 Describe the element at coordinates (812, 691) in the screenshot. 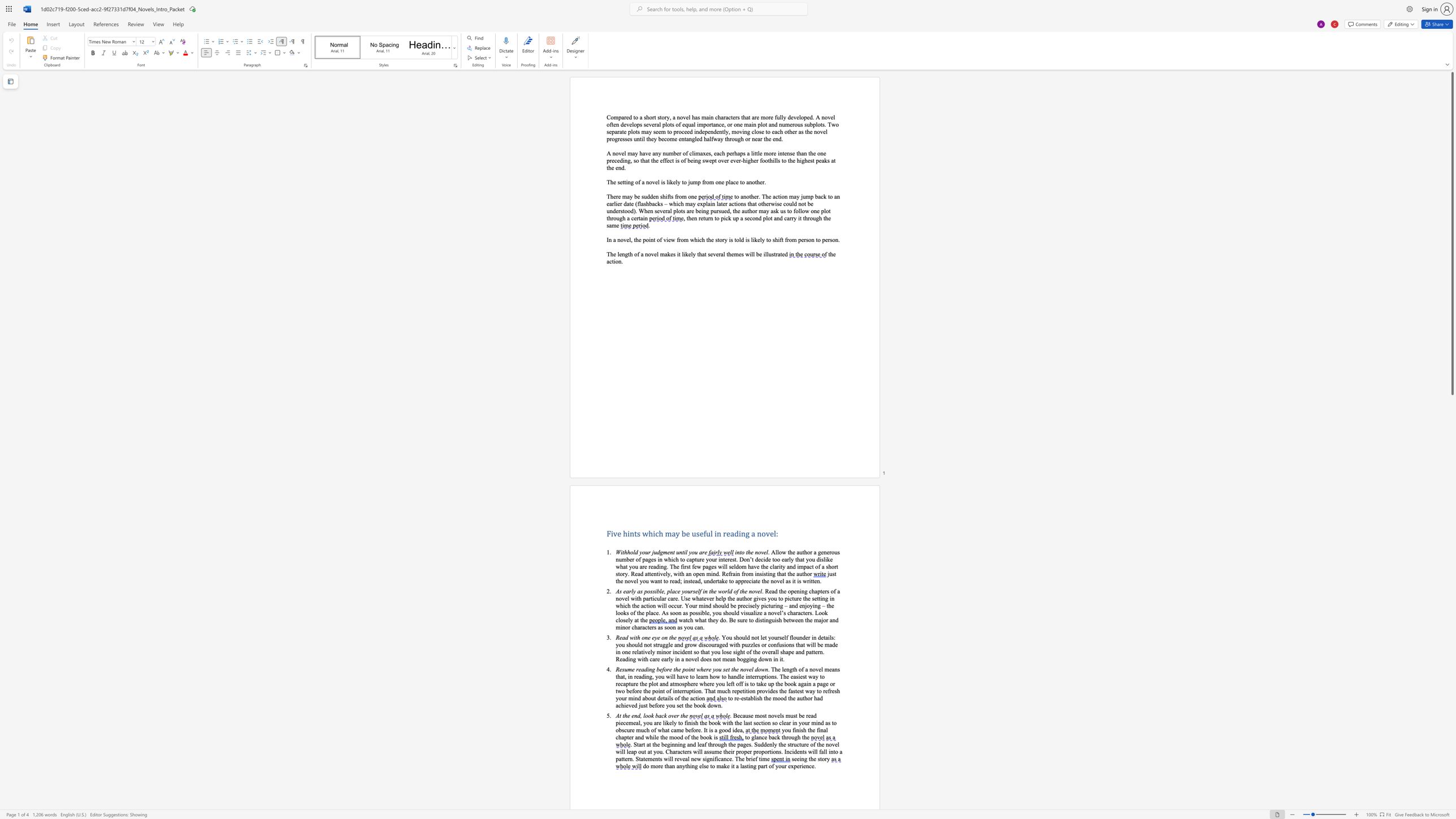

I see `the space between the continuous character "a" and "y" in the text` at that location.